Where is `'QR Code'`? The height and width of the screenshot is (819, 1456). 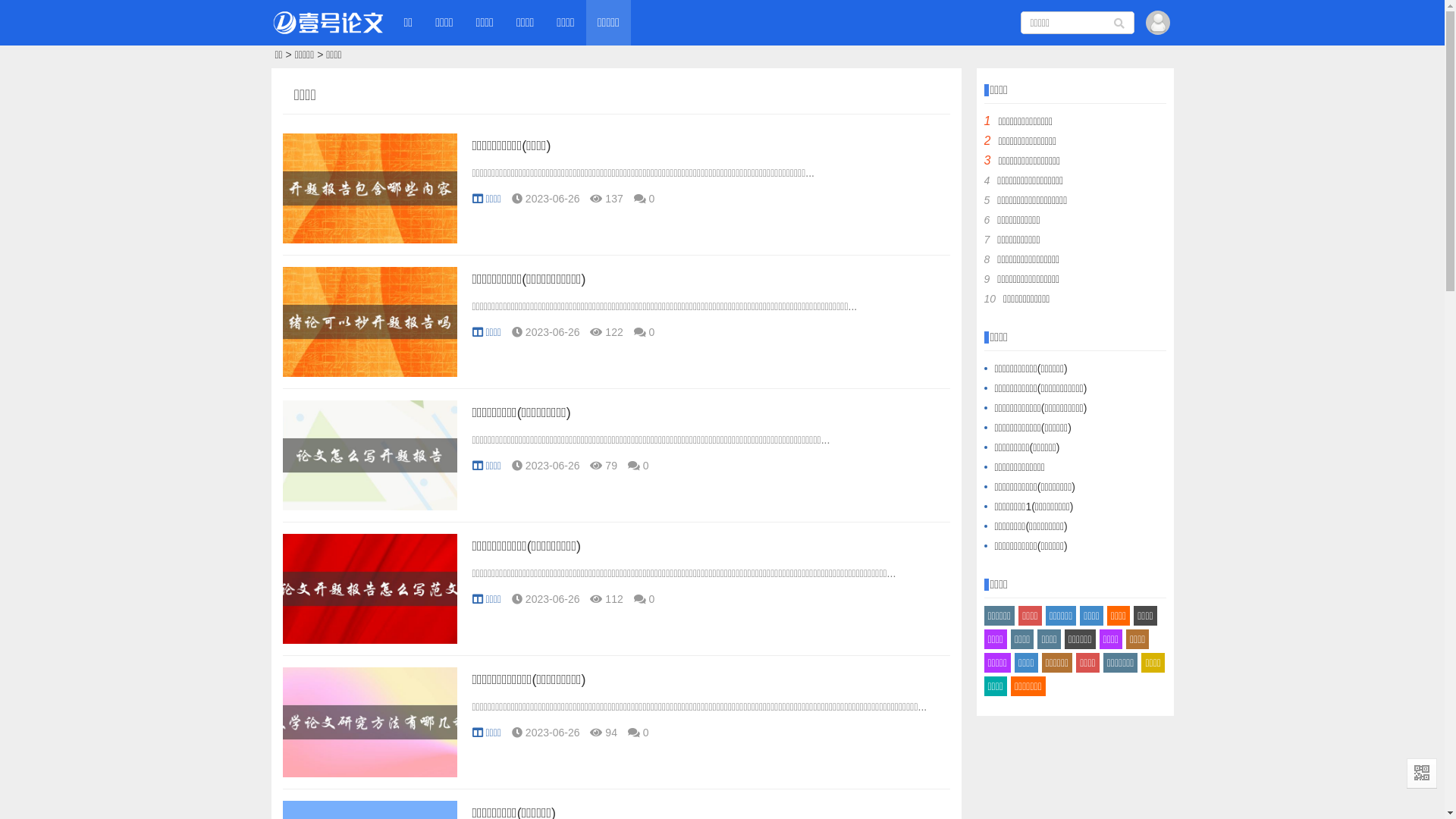
'QR Code' is located at coordinates (1421, 773).